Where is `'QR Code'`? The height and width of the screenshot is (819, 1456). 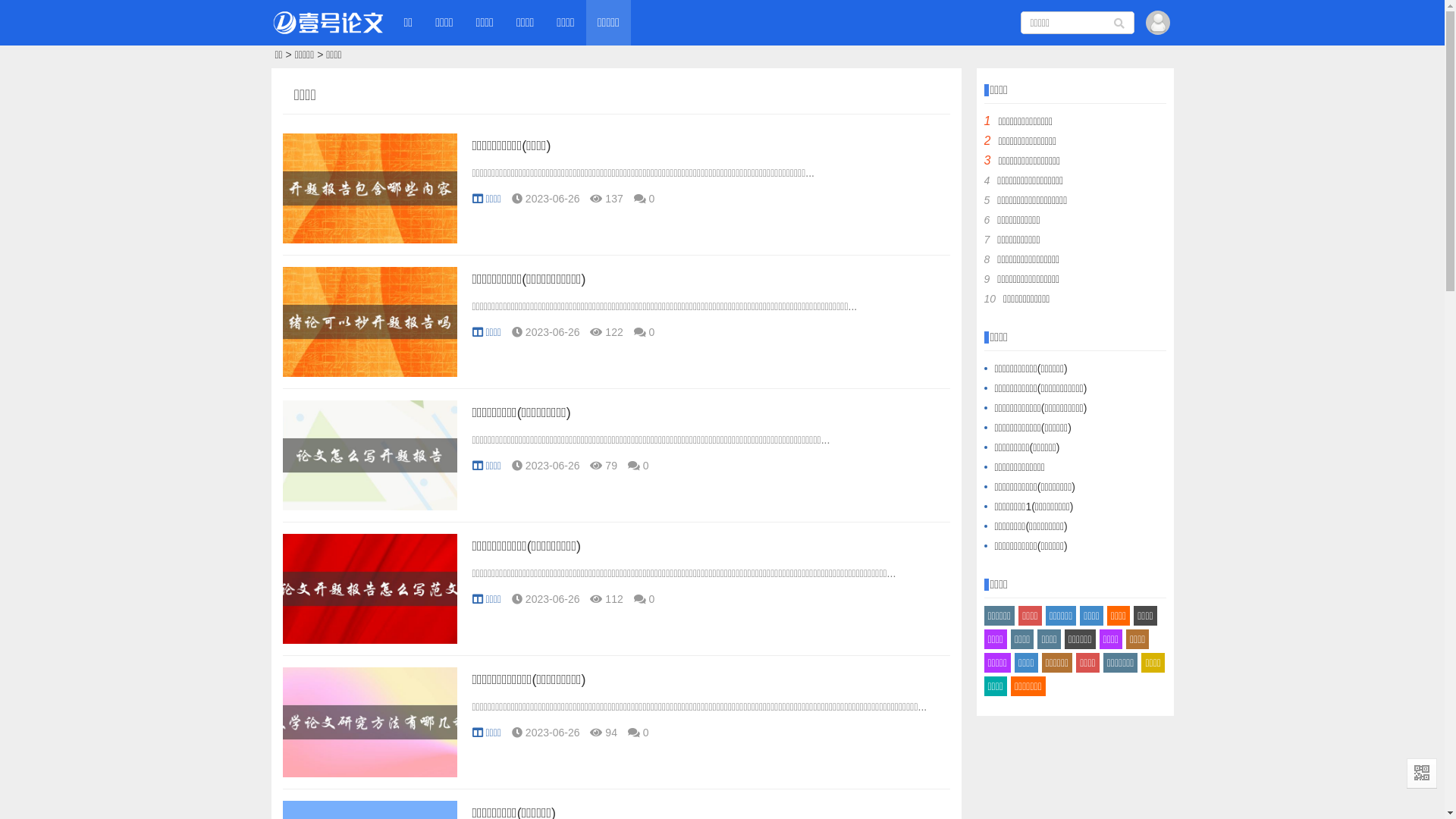
'QR Code' is located at coordinates (1421, 773).